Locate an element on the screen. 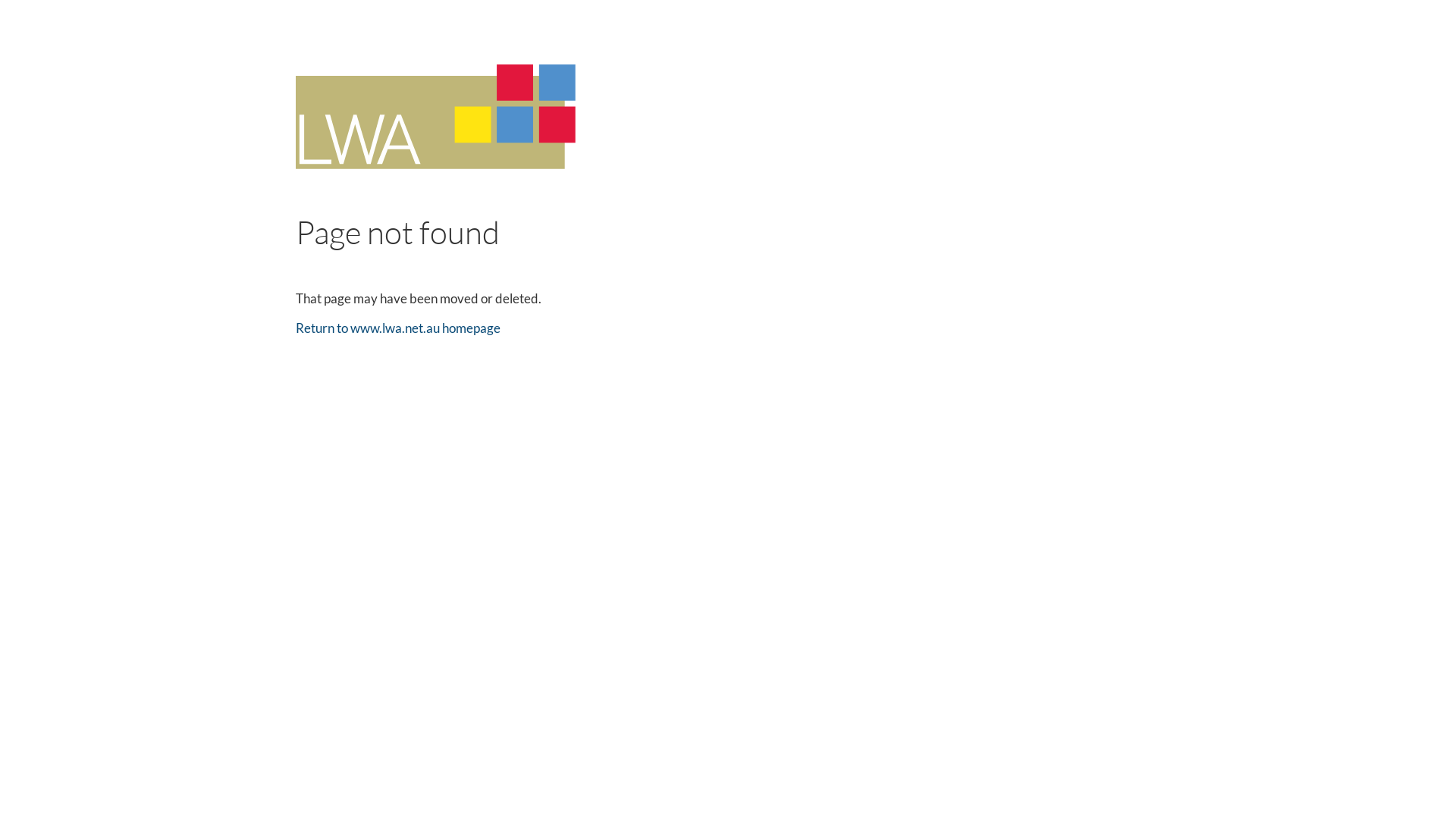 Image resolution: width=1456 pixels, height=819 pixels. 'LWA' is located at coordinates (435, 116).